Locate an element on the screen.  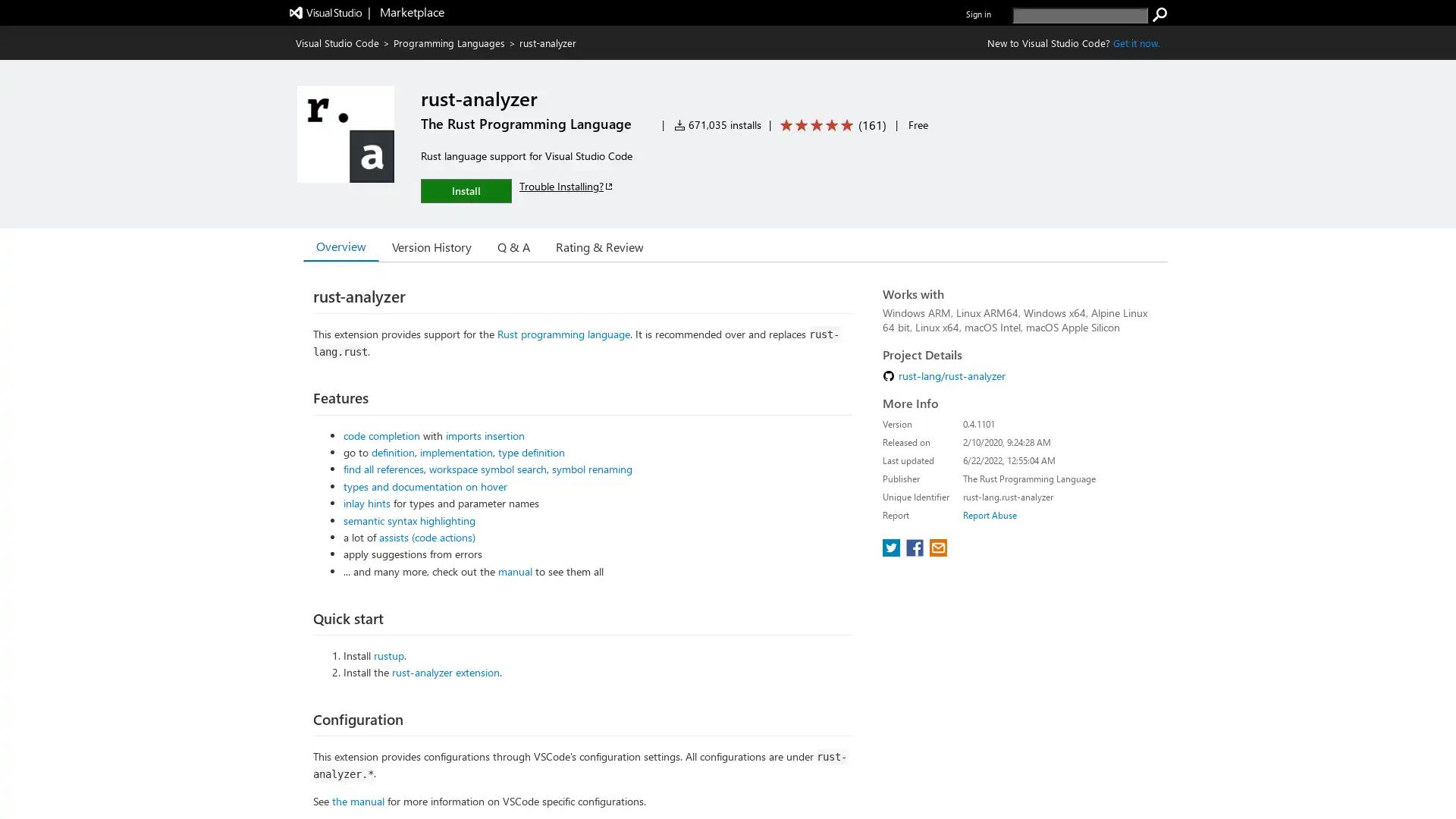
Version History is located at coordinates (431, 245).